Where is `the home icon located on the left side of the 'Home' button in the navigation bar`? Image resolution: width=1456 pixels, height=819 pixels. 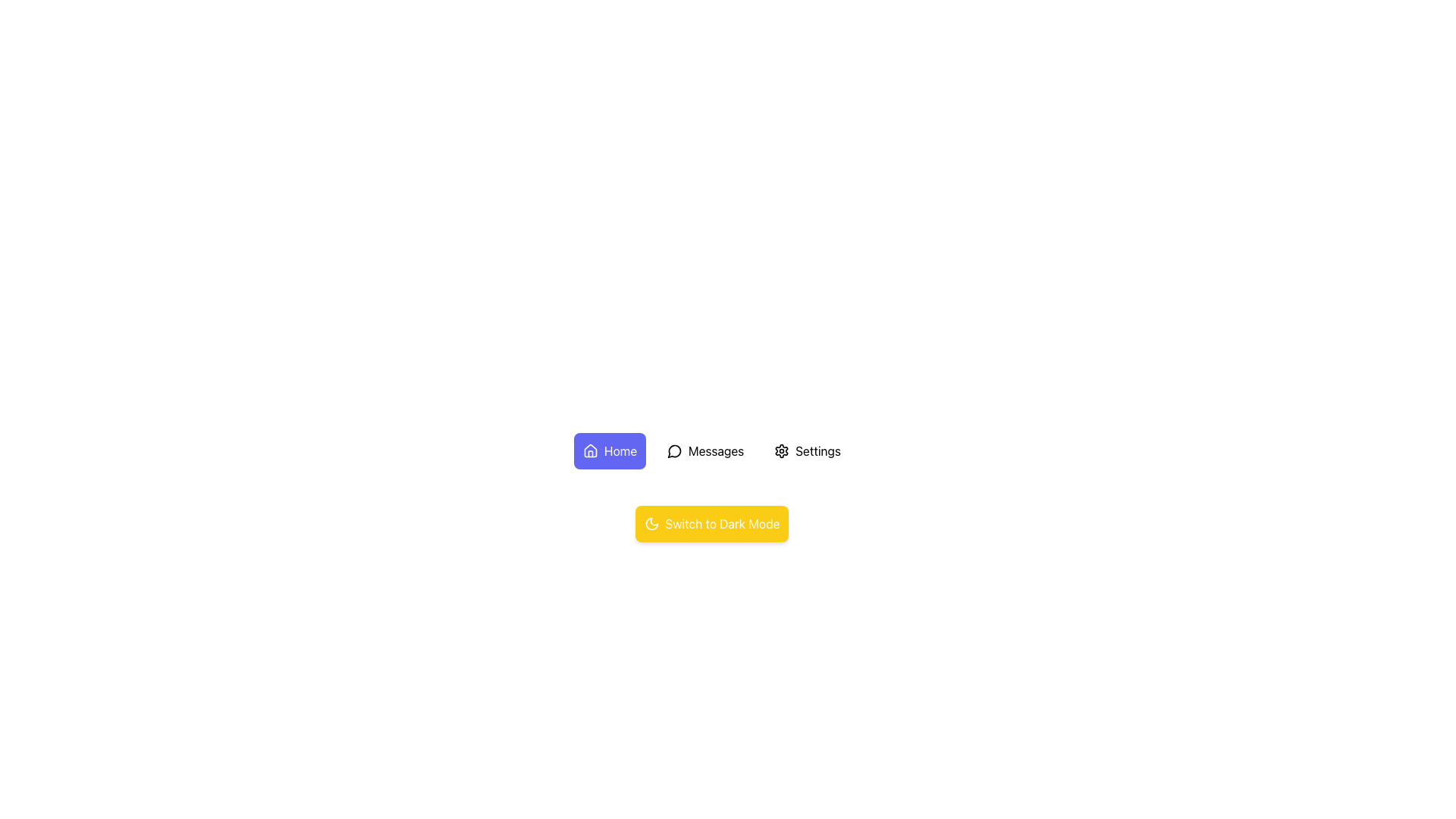 the home icon located on the left side of the 'Home' button in the navigation bar is located at coordinates (589, 450).